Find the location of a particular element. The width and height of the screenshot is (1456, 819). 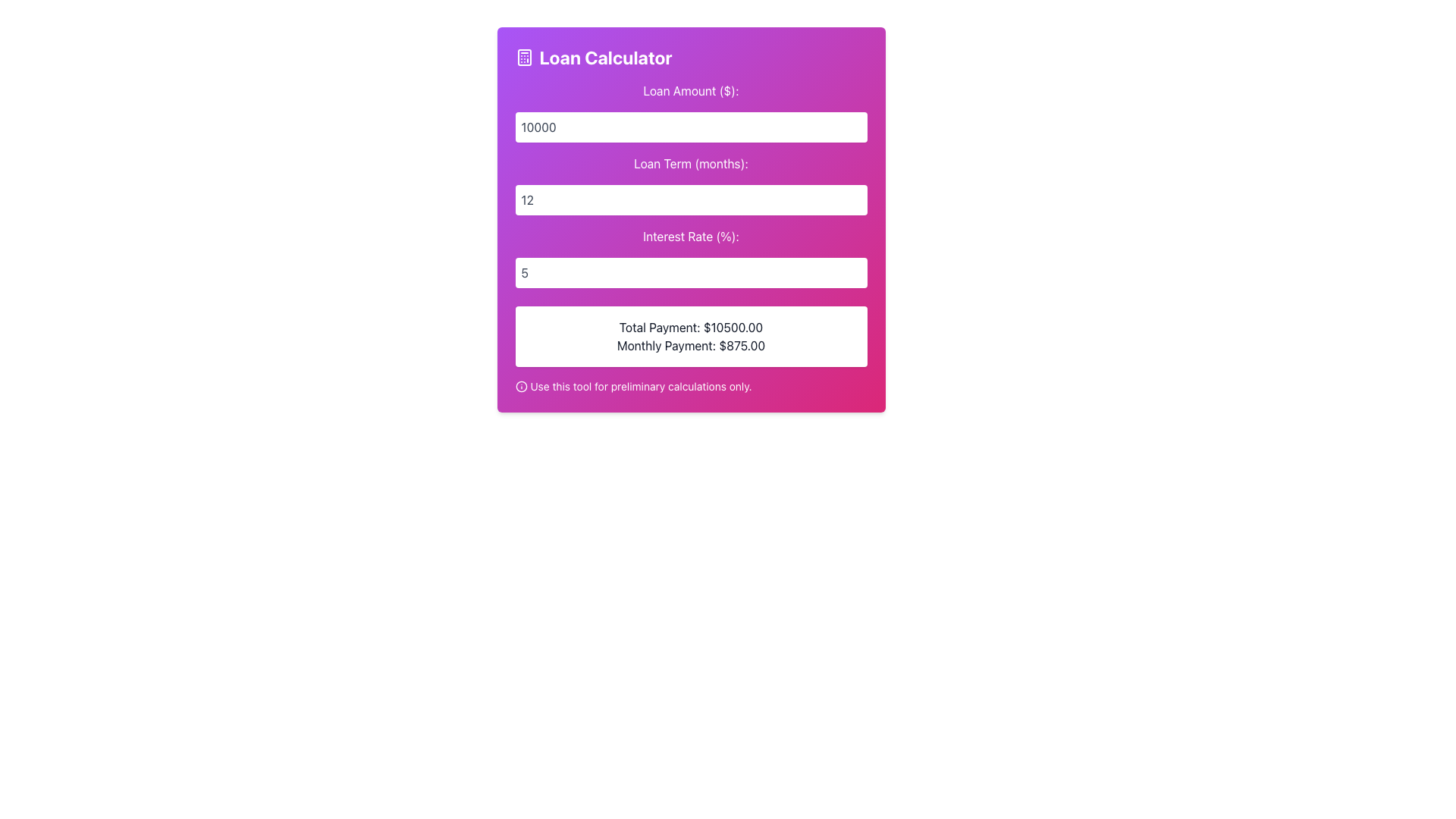

the disclaimer text element located at the bottom of the 'Loan Calculator' interface card is located at coordinates (690, 385).